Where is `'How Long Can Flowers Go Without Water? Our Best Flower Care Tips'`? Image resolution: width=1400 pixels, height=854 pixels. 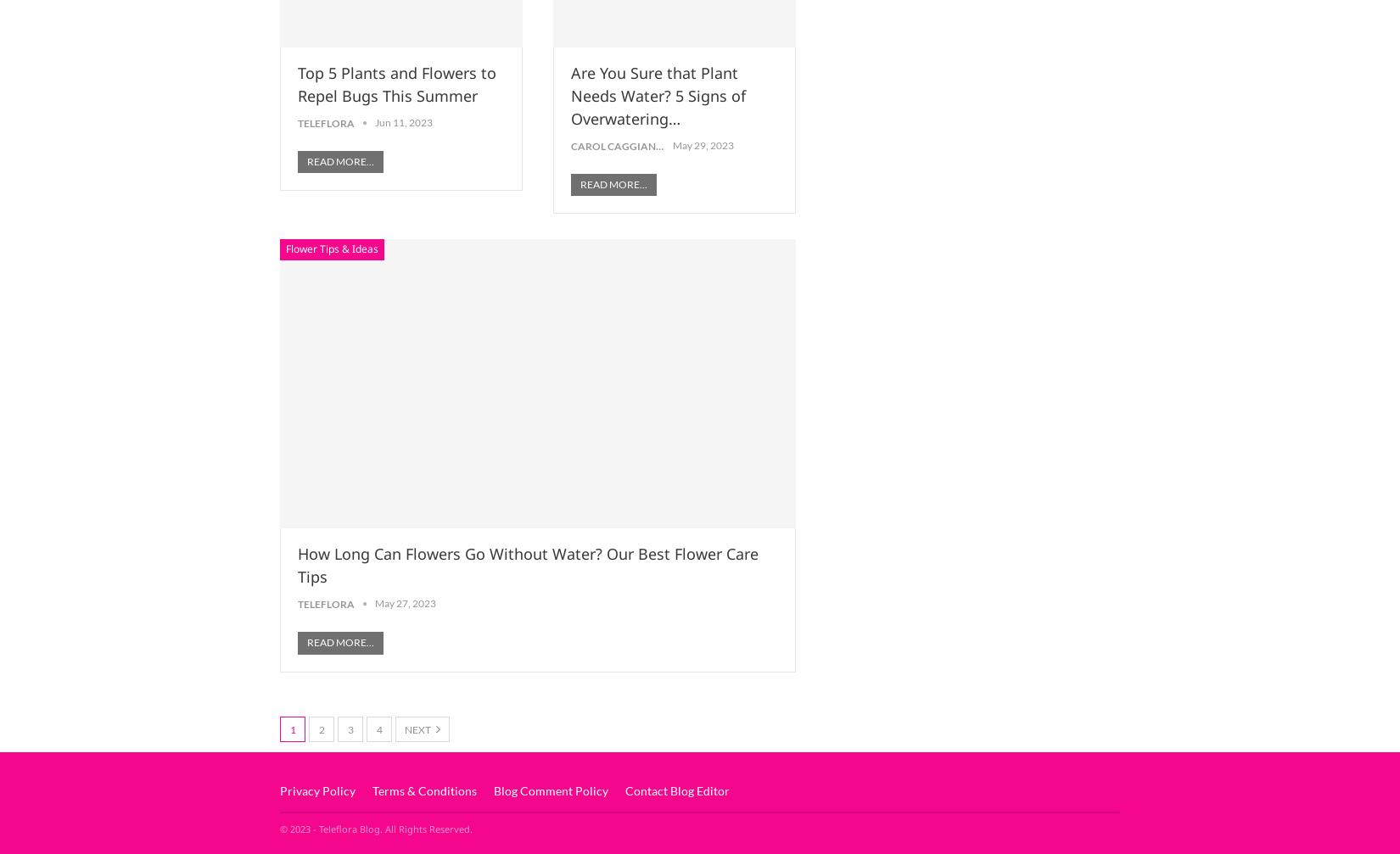
'How Long Can Flowers Go Without Water? Our Best Flower Care Tips' is located at coordinates (527, 564).